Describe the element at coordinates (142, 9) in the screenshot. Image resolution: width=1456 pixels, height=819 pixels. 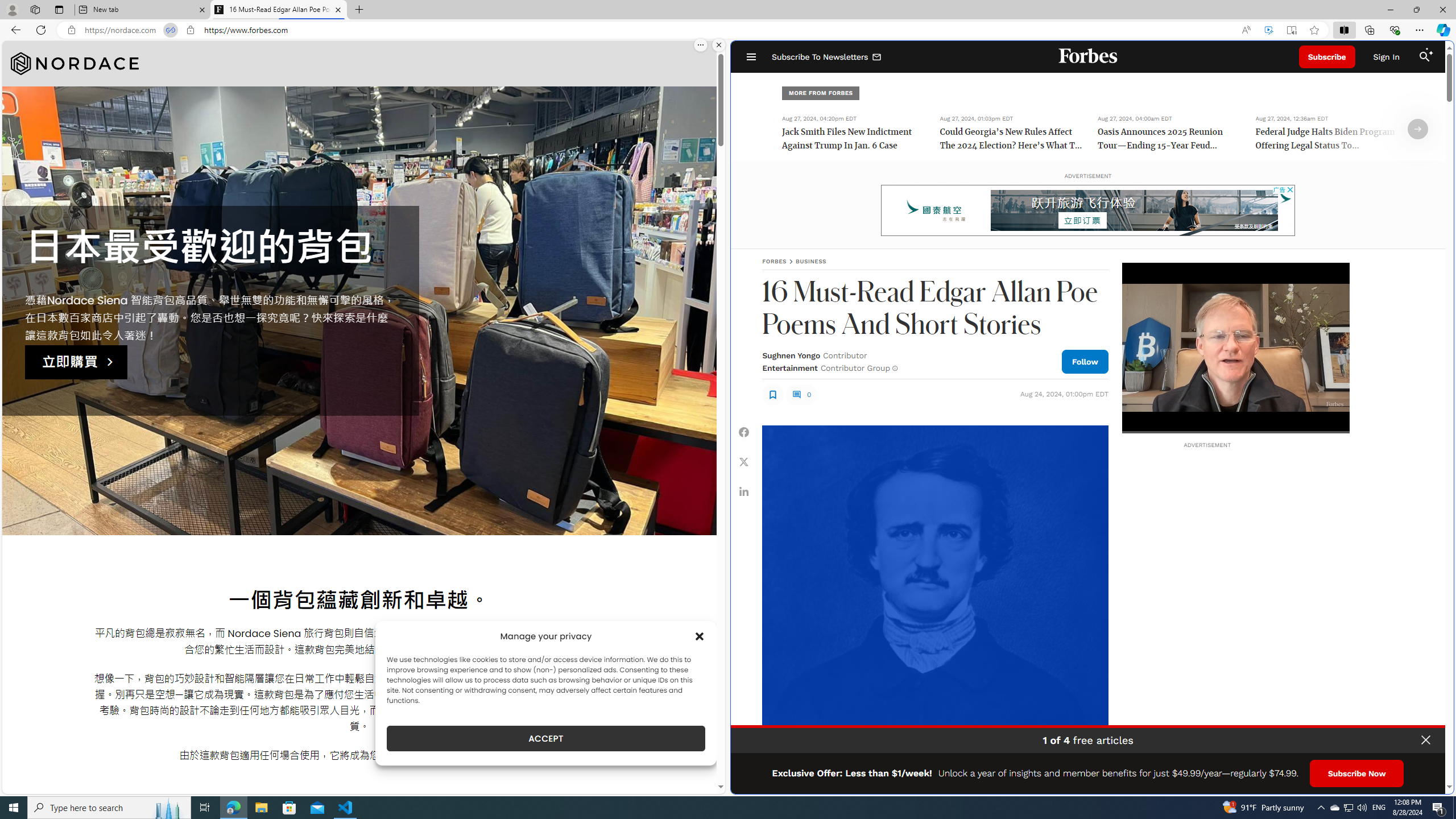
I see `'New tab'` at that location.